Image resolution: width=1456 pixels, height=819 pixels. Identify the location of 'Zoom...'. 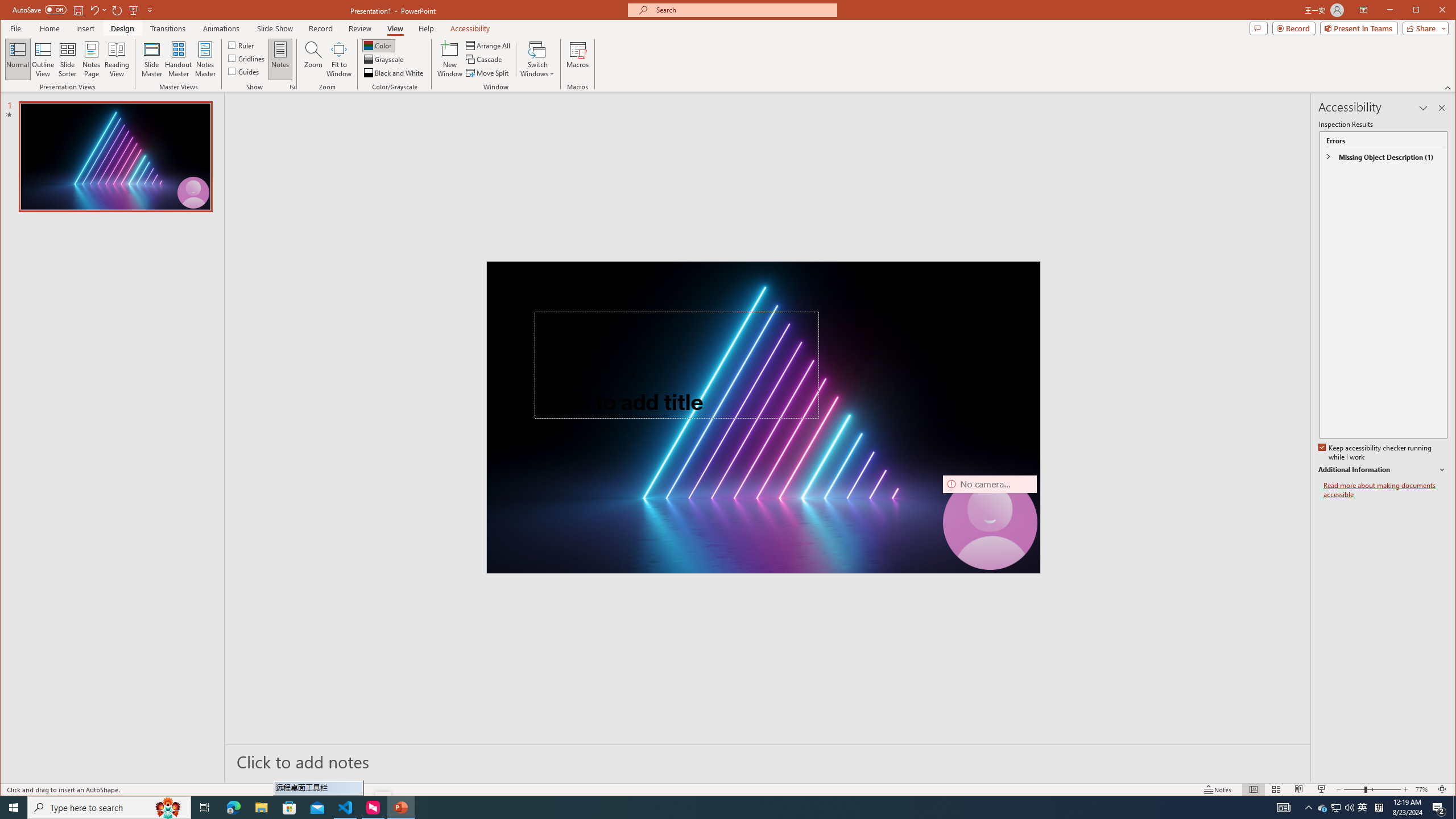
(313, 59).